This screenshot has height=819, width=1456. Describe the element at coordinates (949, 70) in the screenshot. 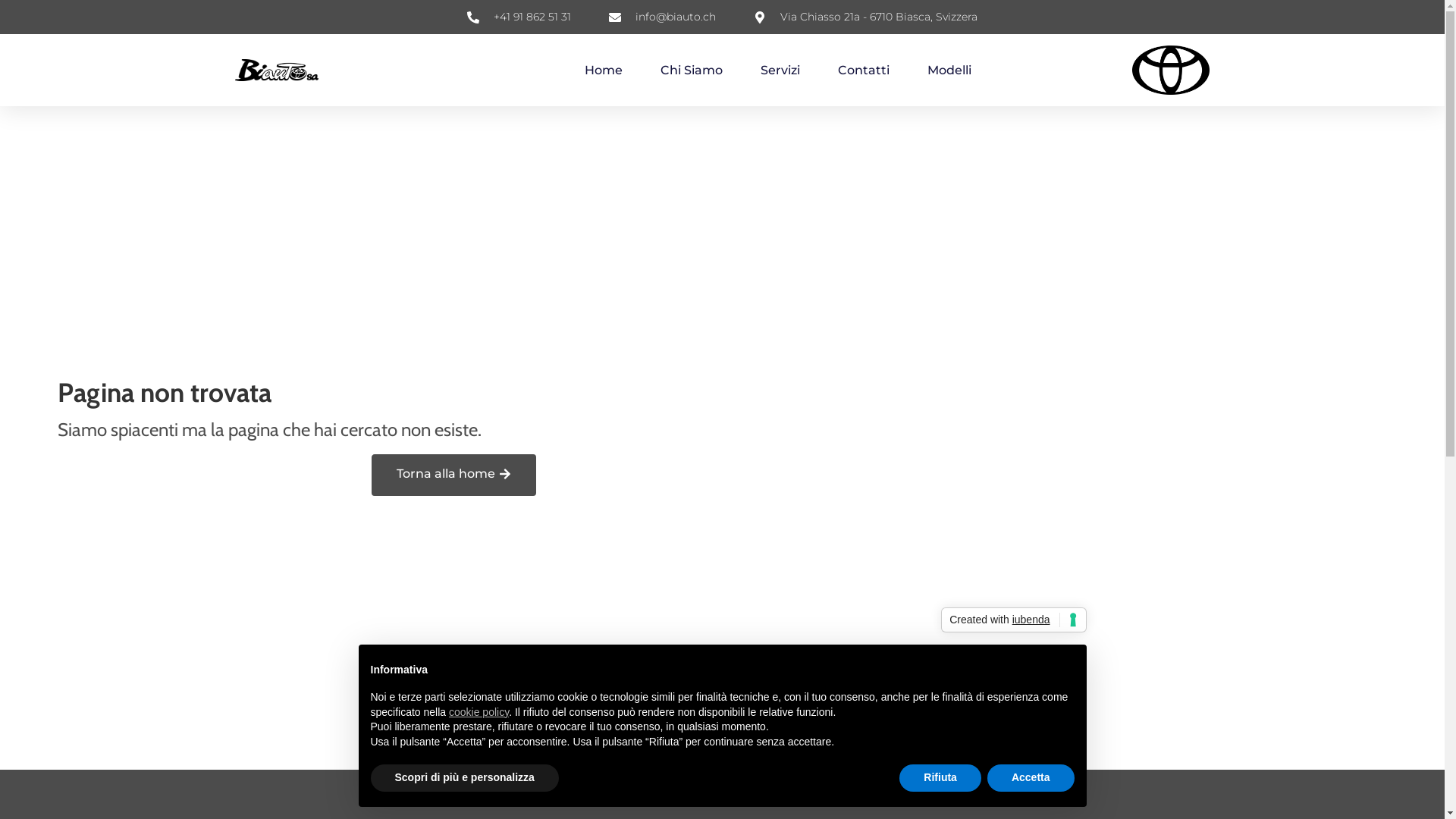

I see `'Modelli'` at that location.